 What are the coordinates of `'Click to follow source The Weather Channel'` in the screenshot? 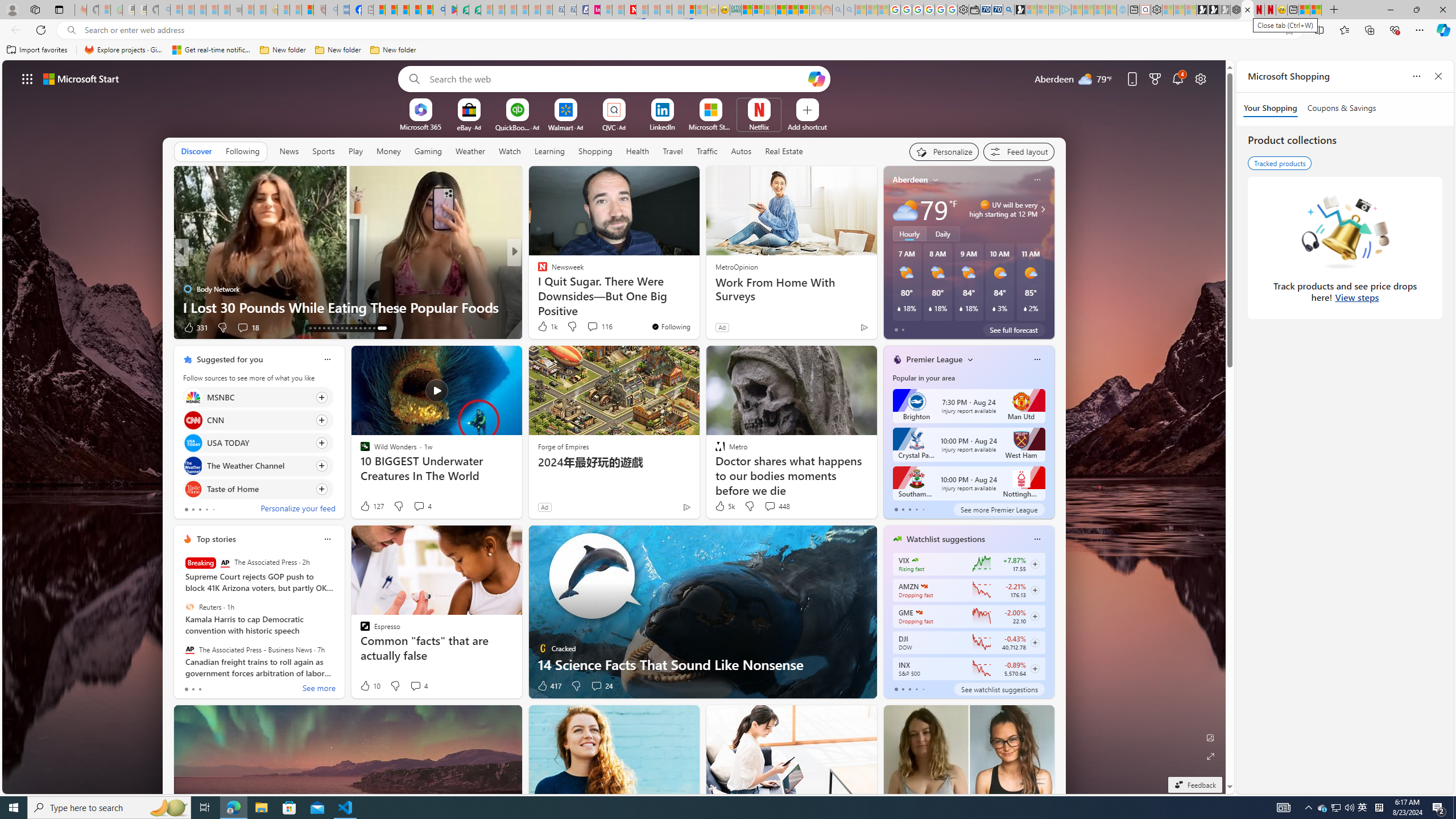 It's located at (257, 466).